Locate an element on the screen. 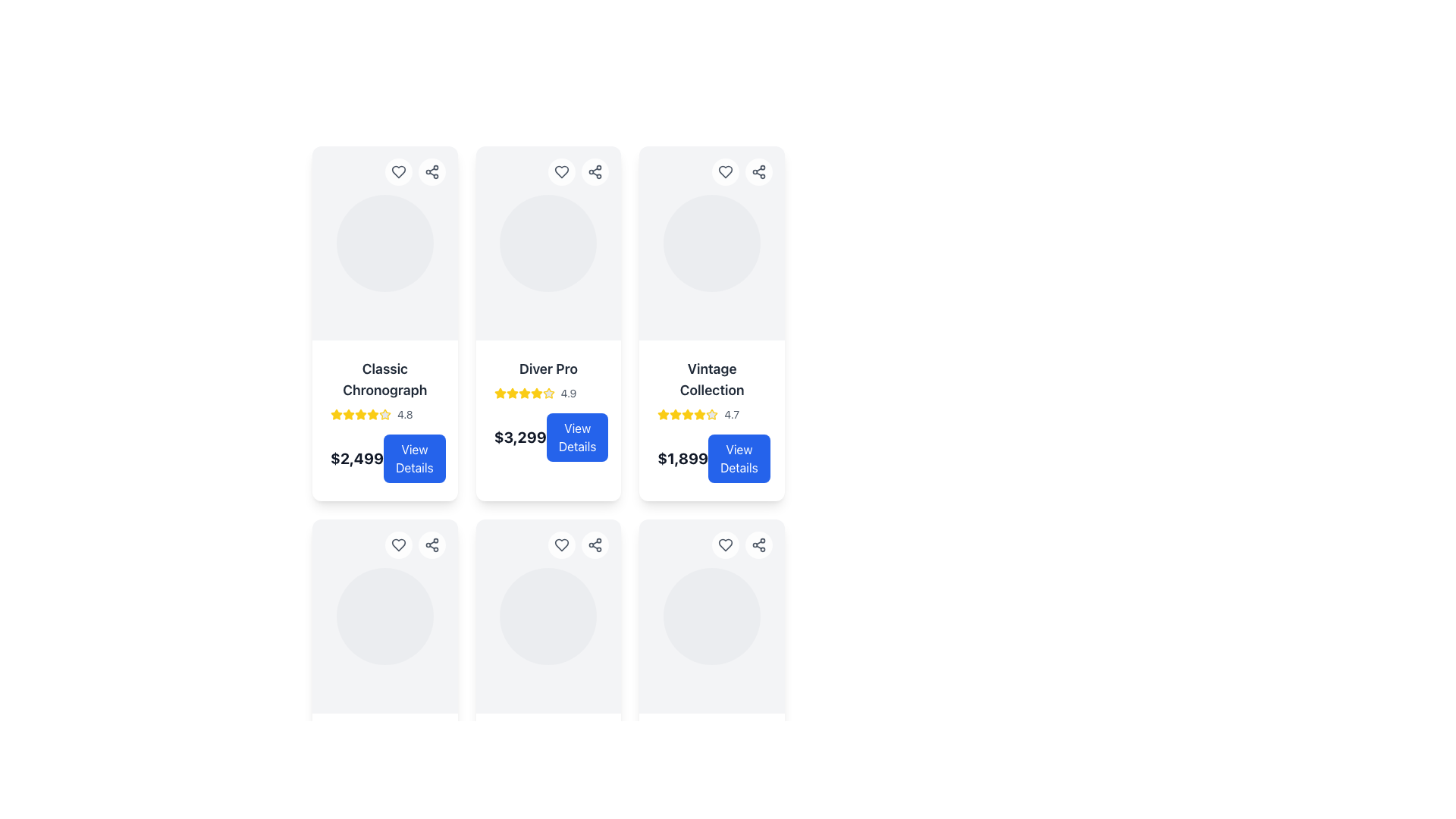  the heart icon located in the top-right corner of the bottom-right product card is located at coordinates (724, 544).